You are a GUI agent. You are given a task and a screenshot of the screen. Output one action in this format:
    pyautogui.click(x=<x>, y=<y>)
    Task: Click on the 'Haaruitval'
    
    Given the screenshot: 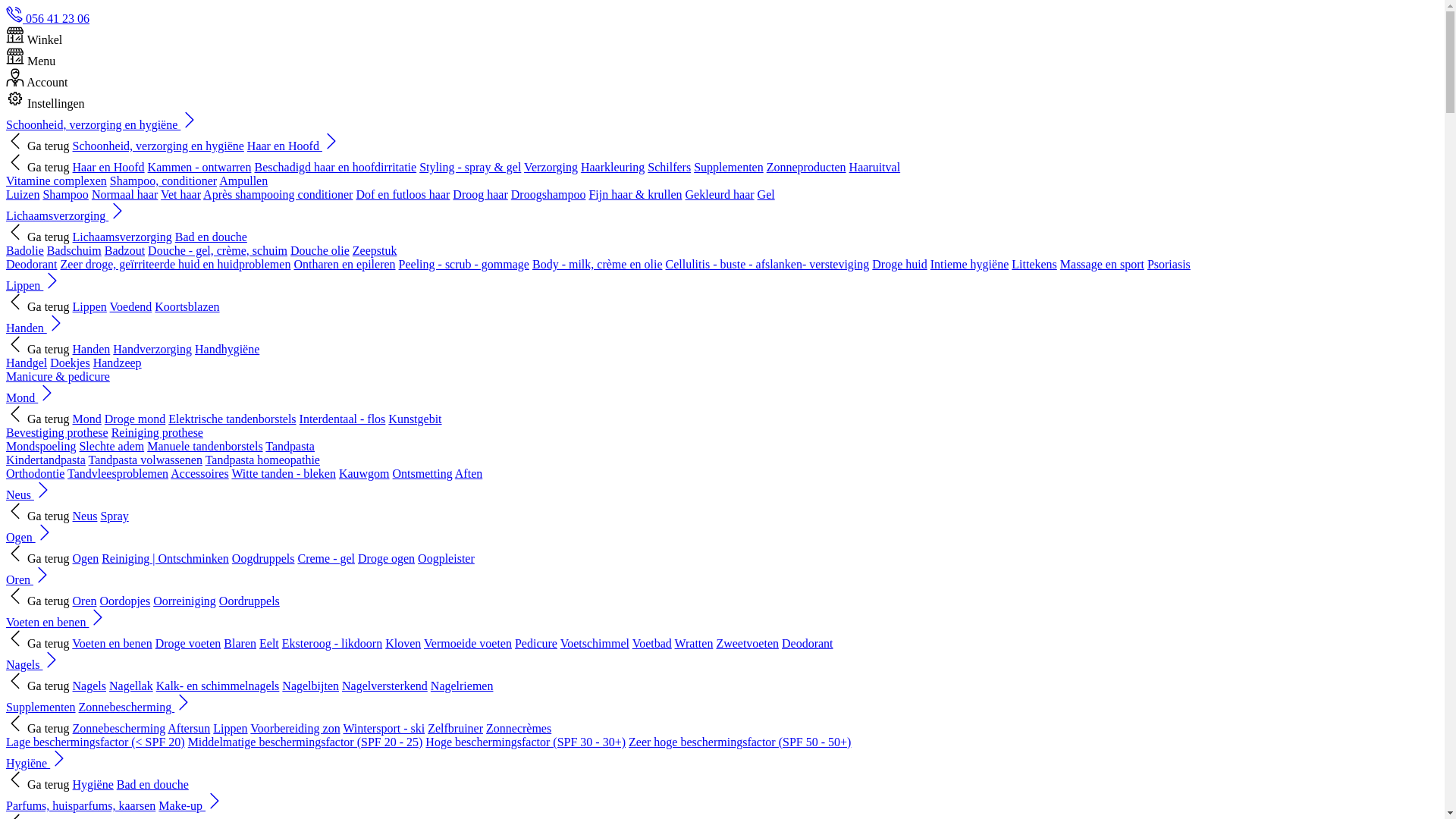 What is the action you would take?
    pyautogui.click(x=848, y=167)
    